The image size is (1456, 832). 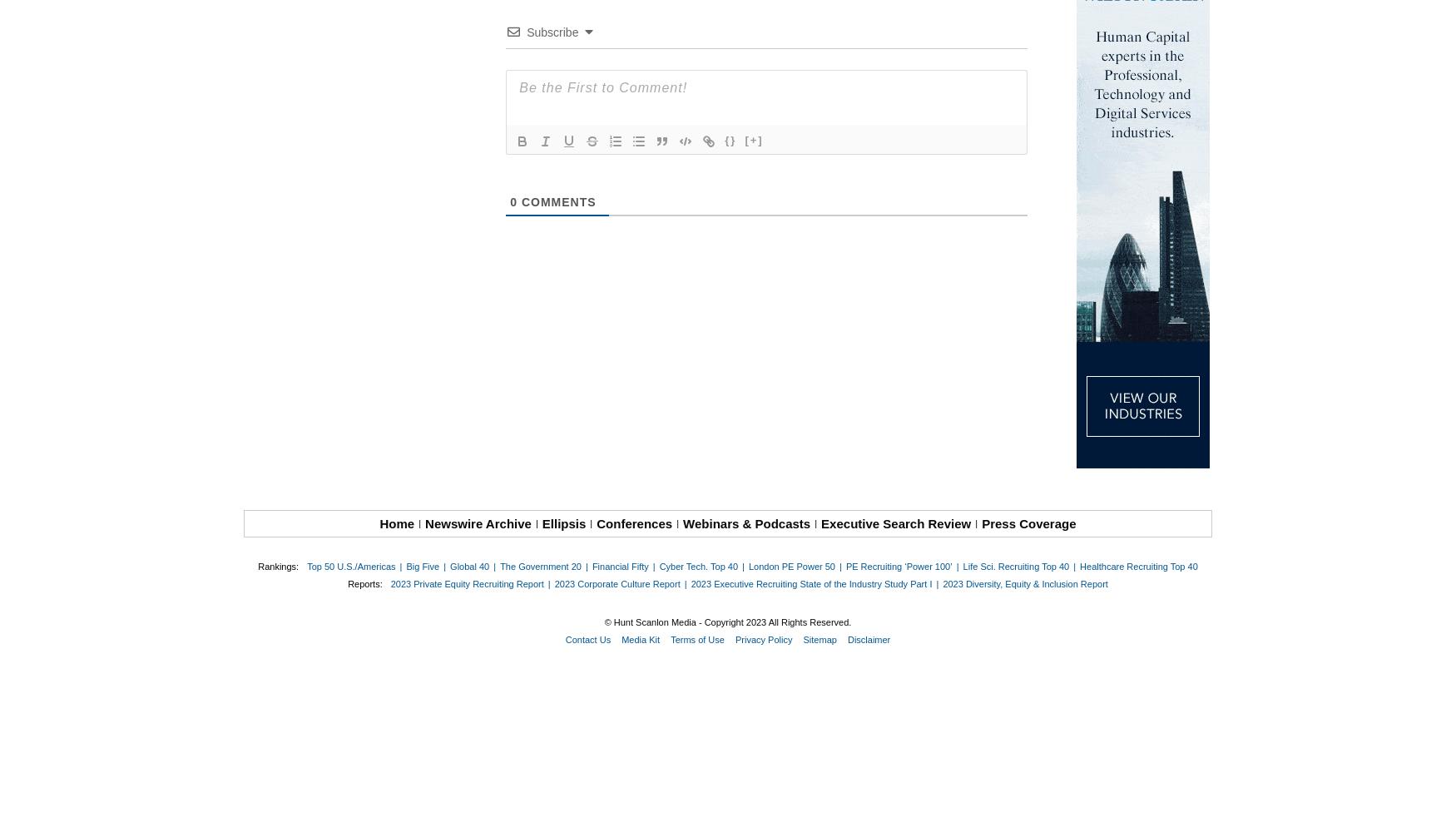 What do you see at coordinates (698, 567) in the screenshot?
I see `'Cyber Tech. Top 40'` at bounding box center [698, 567].